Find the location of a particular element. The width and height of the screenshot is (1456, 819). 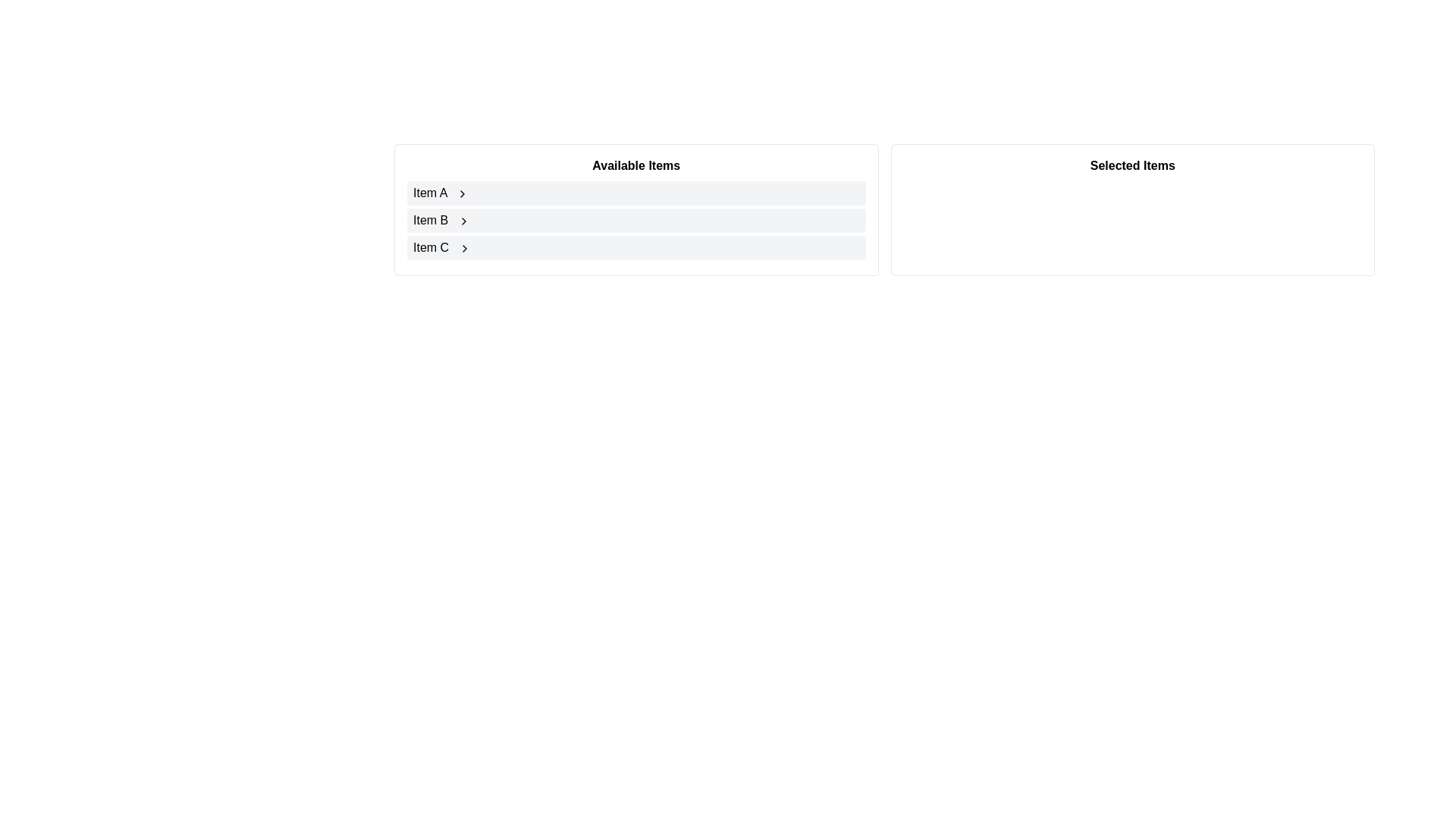

the chevron icon located to the immediate right of 'Item C' in the last row of the 'Available Items' list is located at coordinates (463, 247).